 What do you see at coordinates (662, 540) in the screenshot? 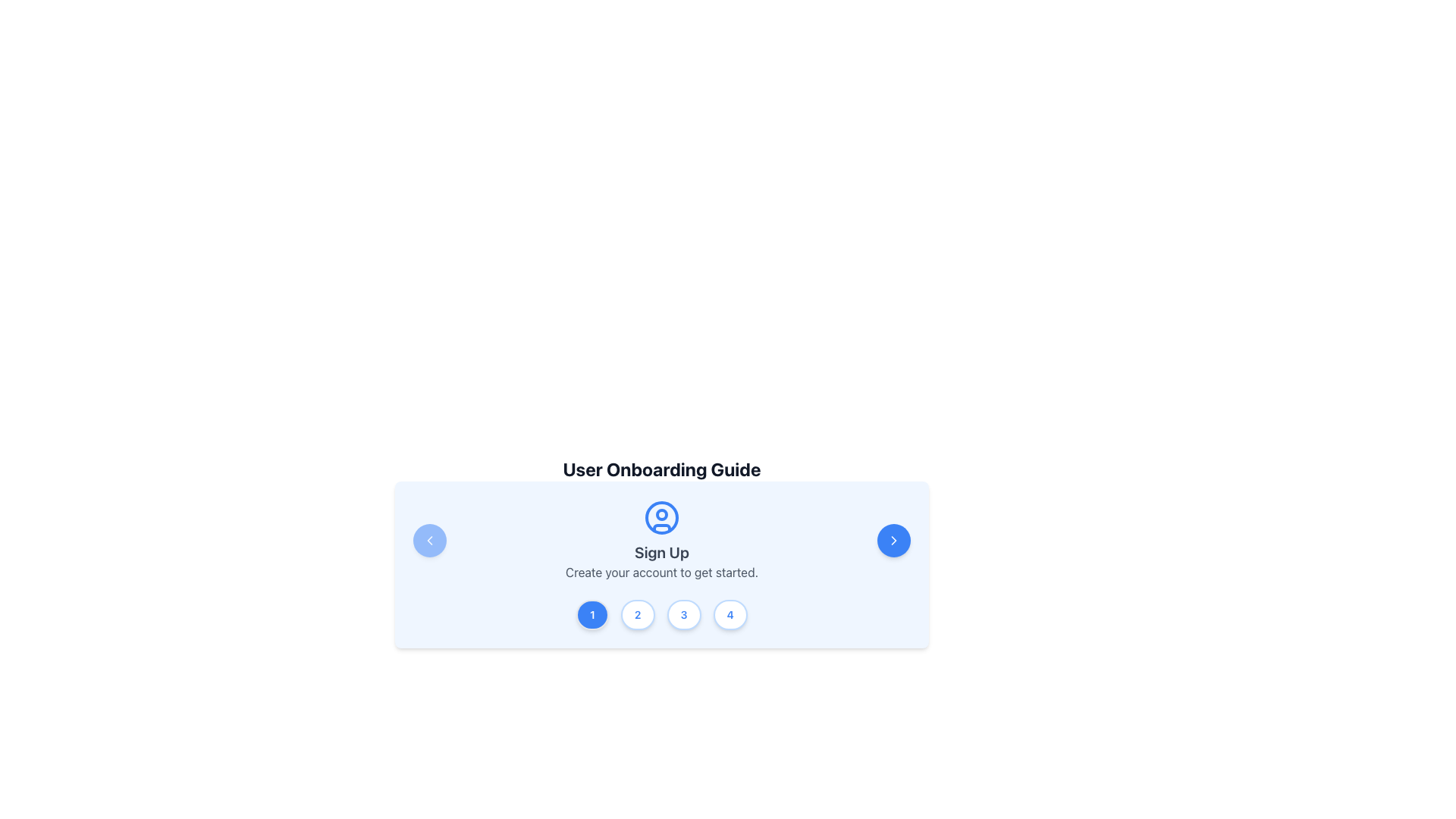
I see `the static informational block that serves as a call-to-action section for signing up, which is centered between the navigation arrows and above the numbered buttons` at bounding box center [662, 540].